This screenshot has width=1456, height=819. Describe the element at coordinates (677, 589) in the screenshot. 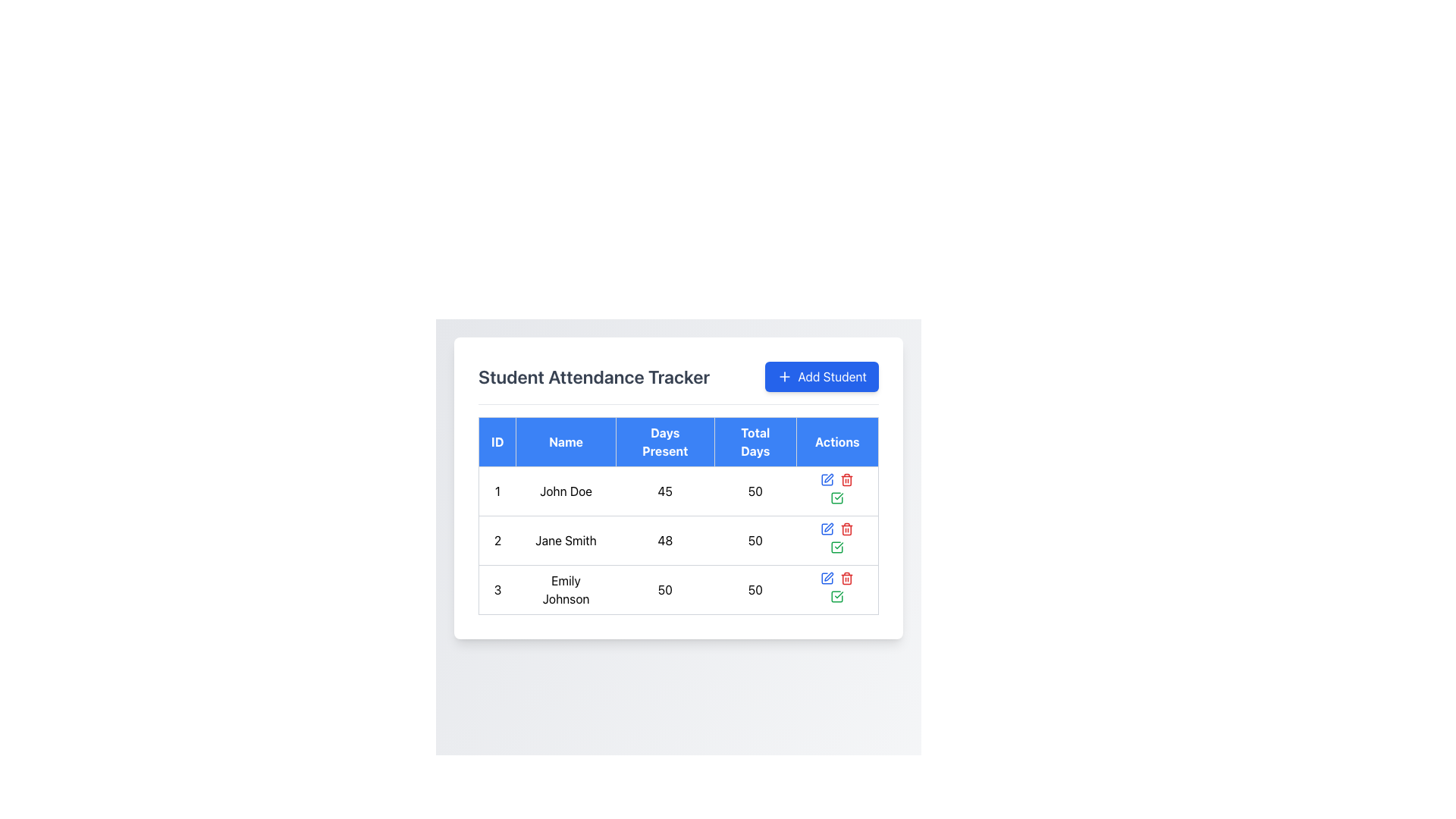

I see `the third row of the student attendance tracker table displaying attendance information for 'Emily Johnson'` at that location.